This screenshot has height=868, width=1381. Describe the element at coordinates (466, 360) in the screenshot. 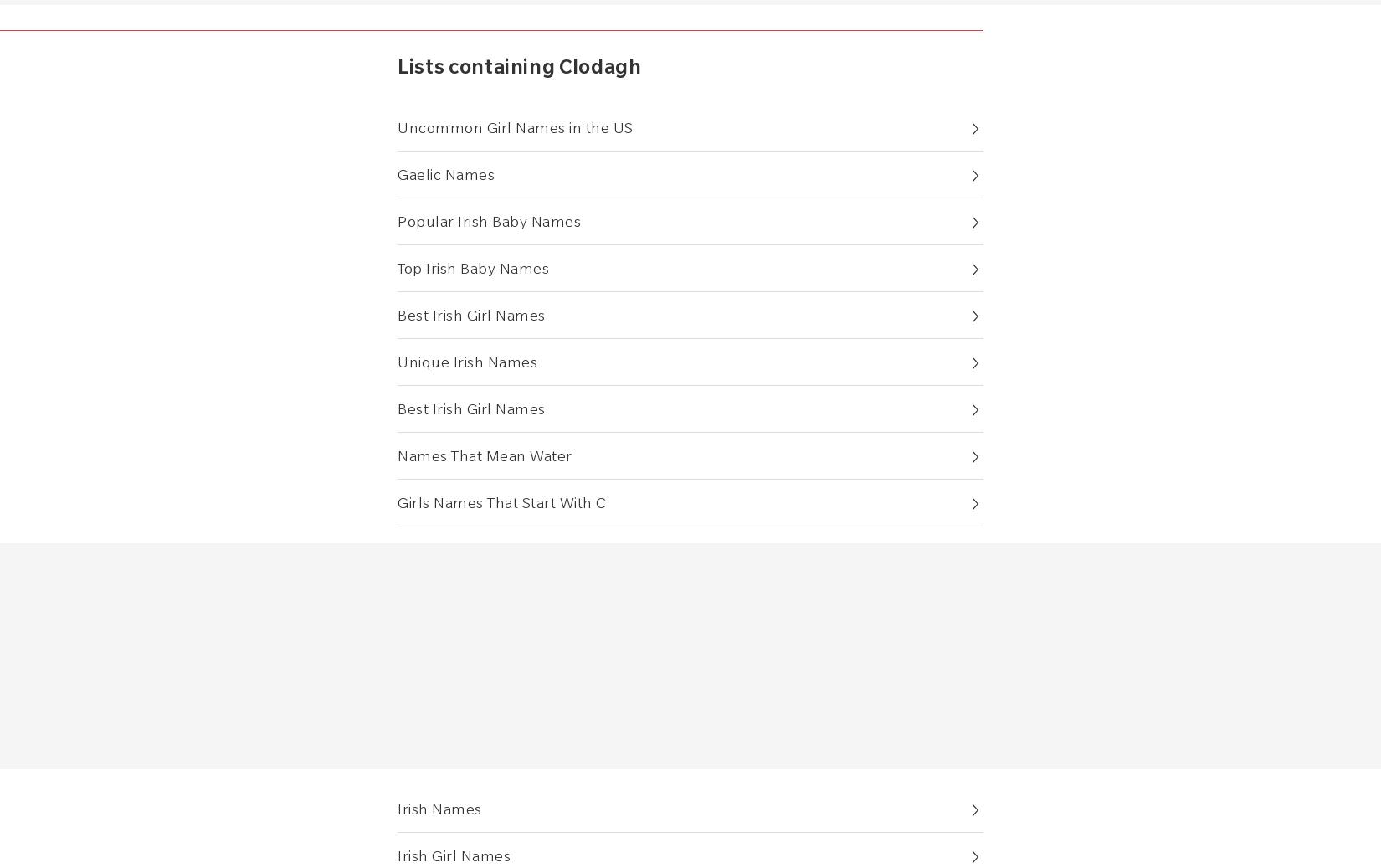

I see `'Unique Irish Names'` at that location.